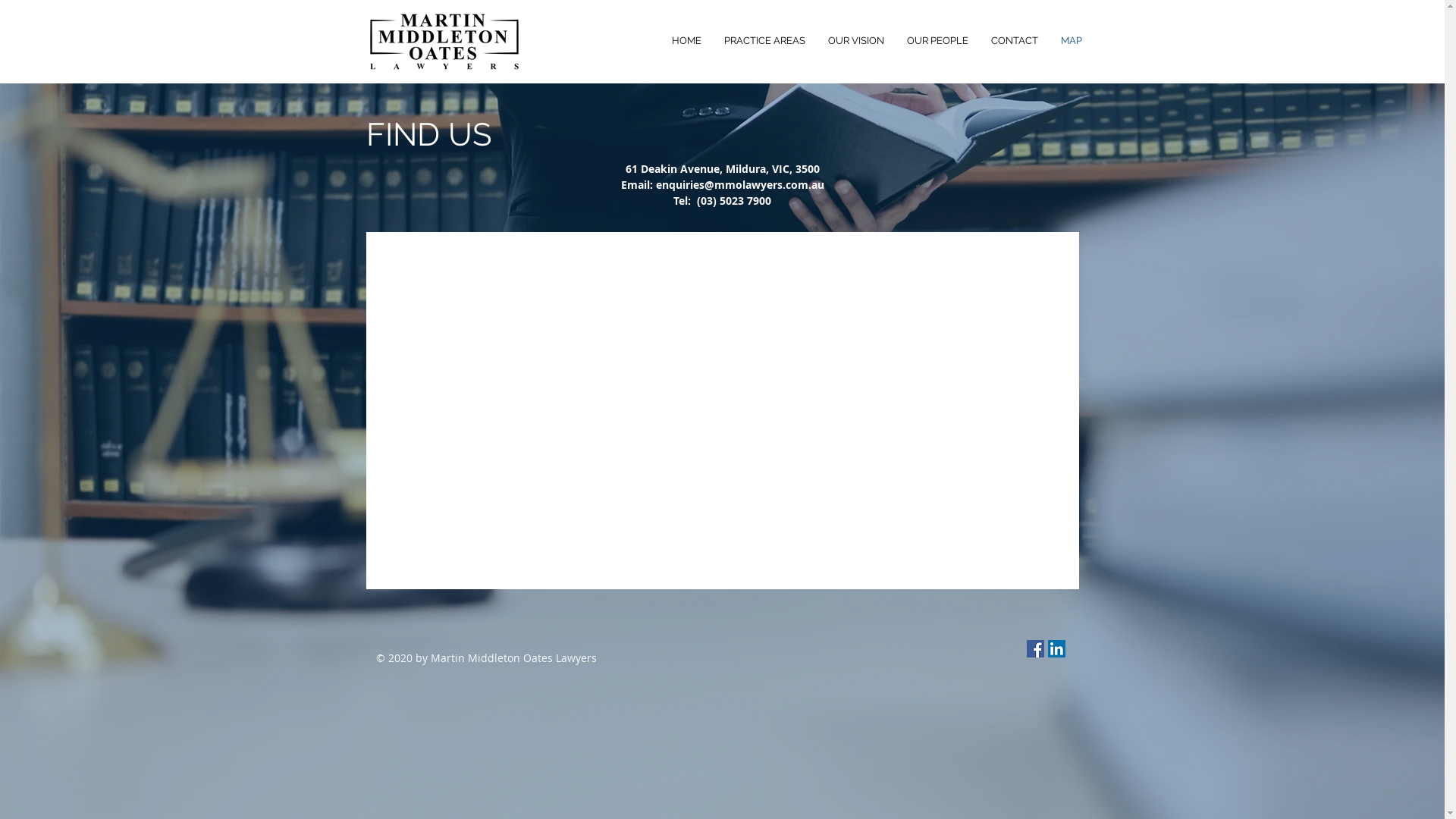 This screenshot has width=1456, height=819. Describe the element at coordinates (722, 410) in the screenshot. I see `'Google Maps'` at that location.